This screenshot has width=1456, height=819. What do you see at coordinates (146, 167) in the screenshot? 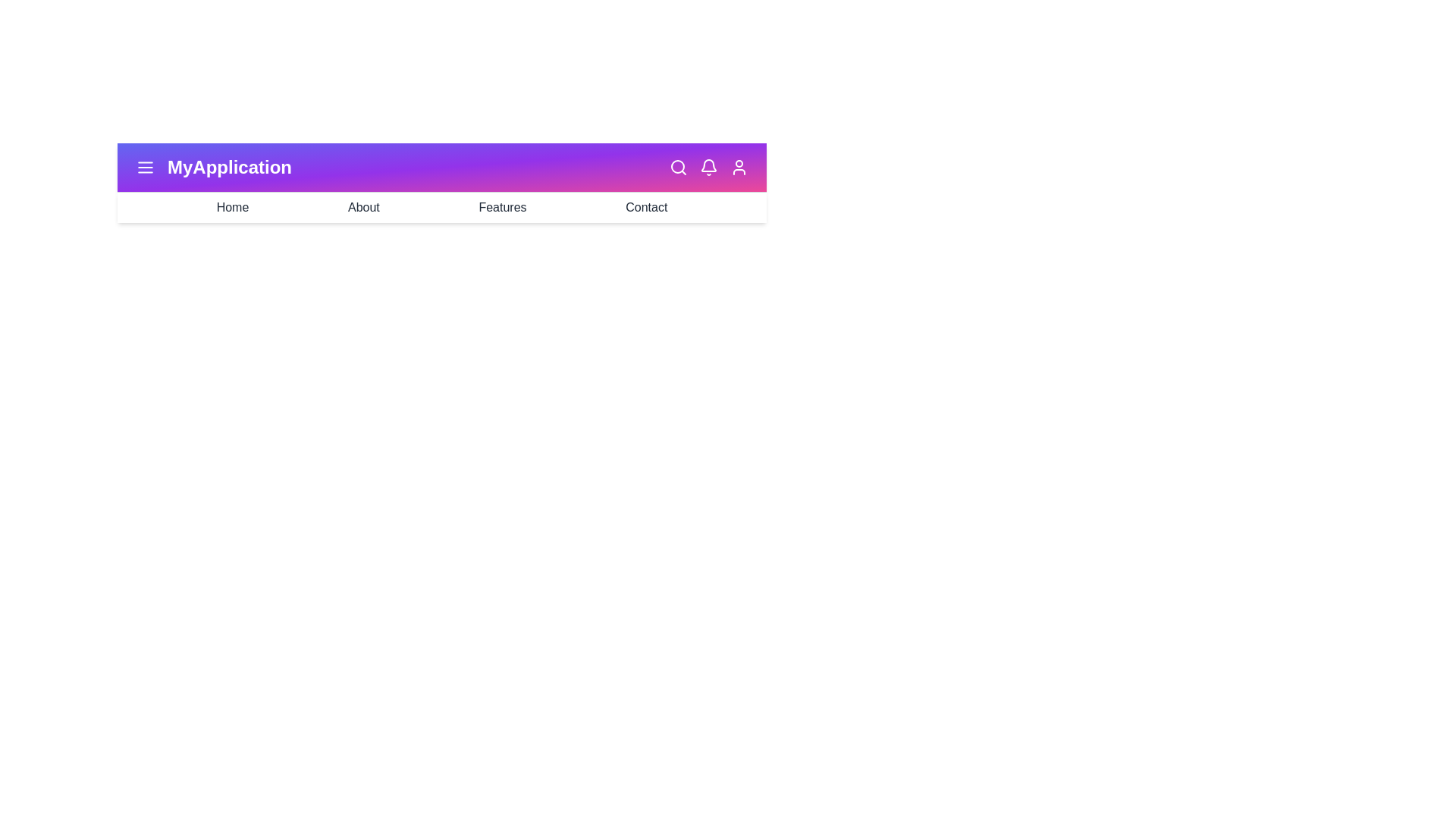
I see `the menu icon to toggle the menu visibility` at bounding box center [146, 167].